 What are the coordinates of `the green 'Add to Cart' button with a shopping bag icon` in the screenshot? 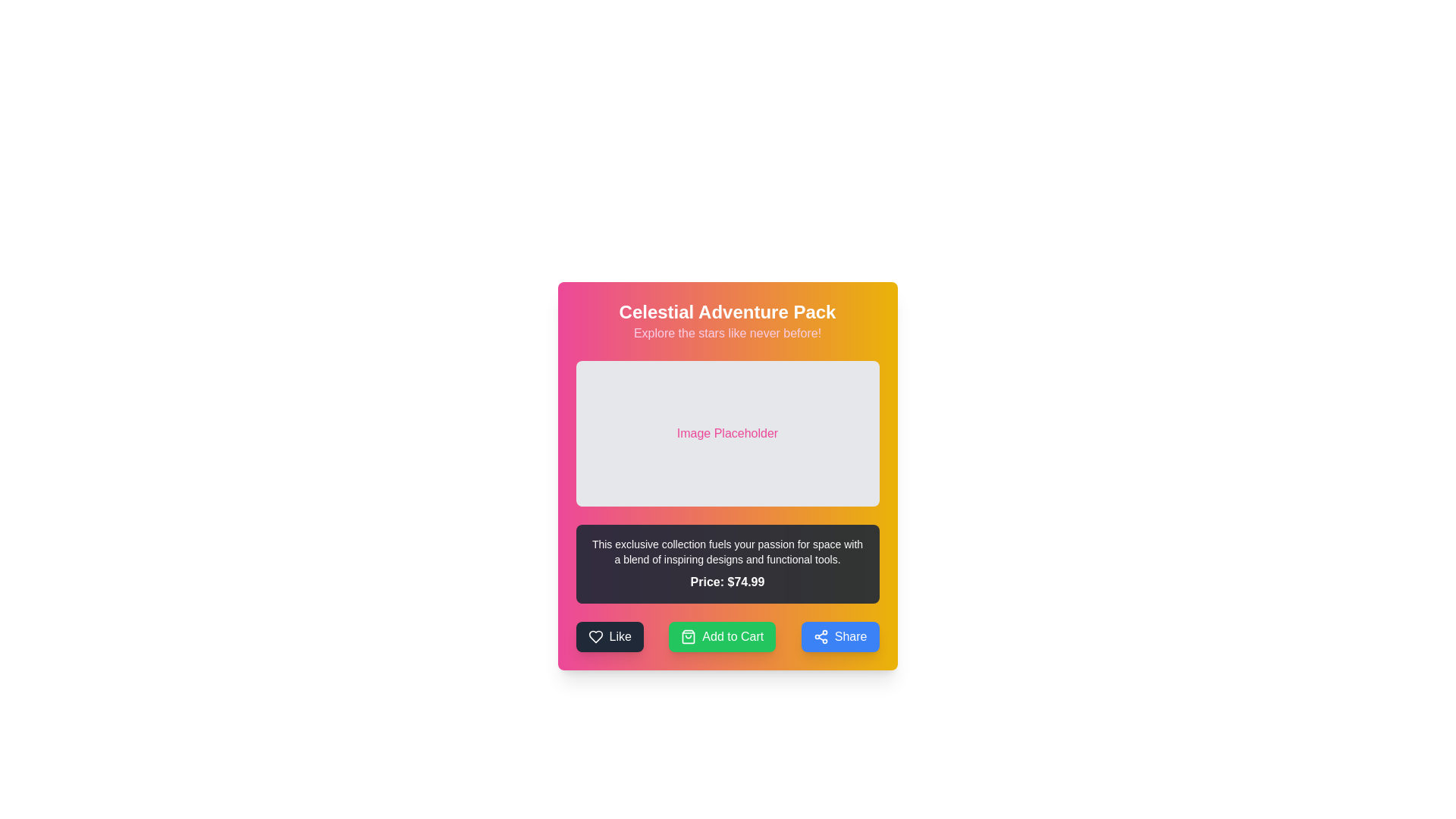 It's located at (721, 637).